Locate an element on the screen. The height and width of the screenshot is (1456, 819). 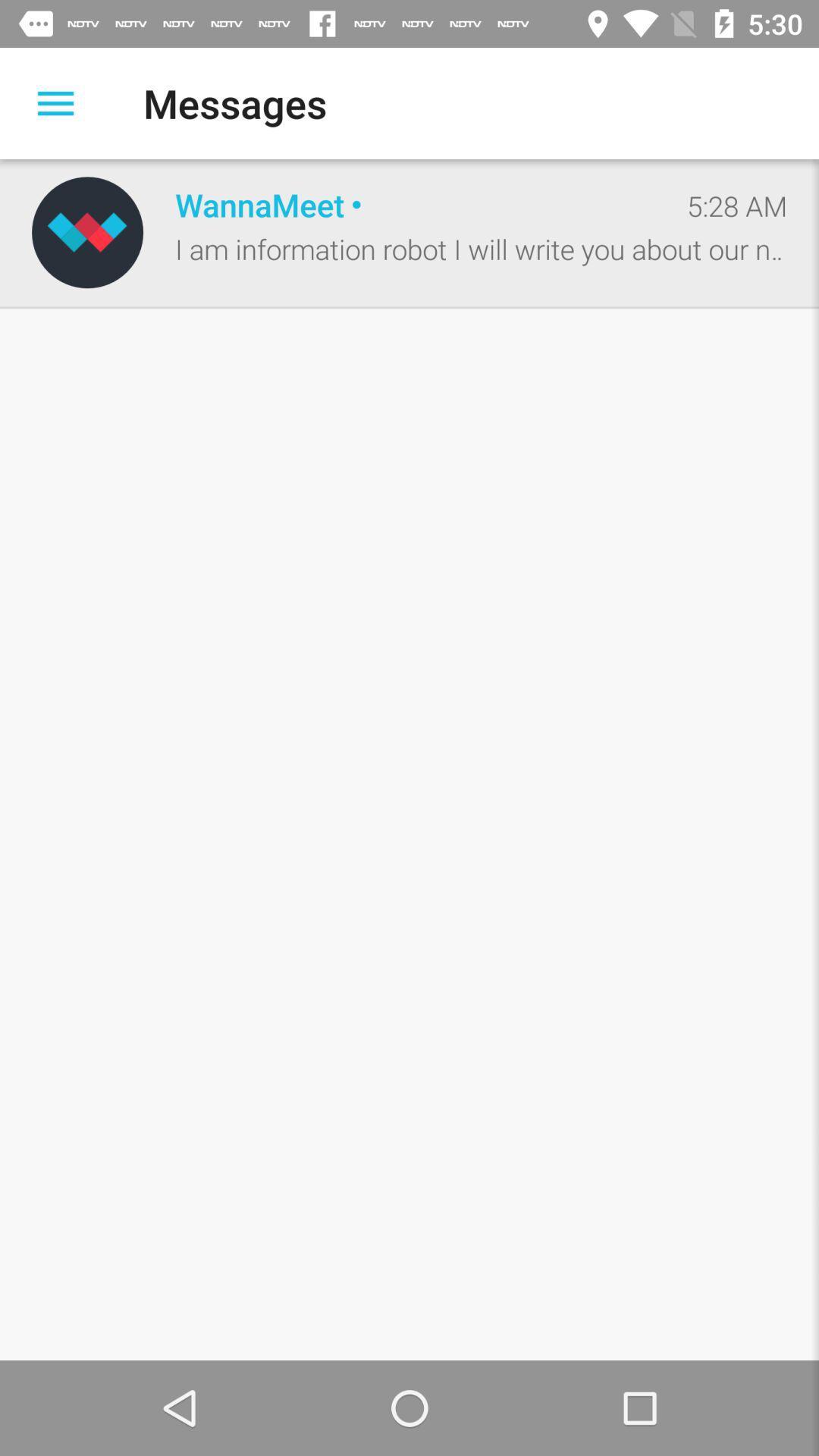
icon to the left of wannameet   icon is located at coordinates (87, 231).